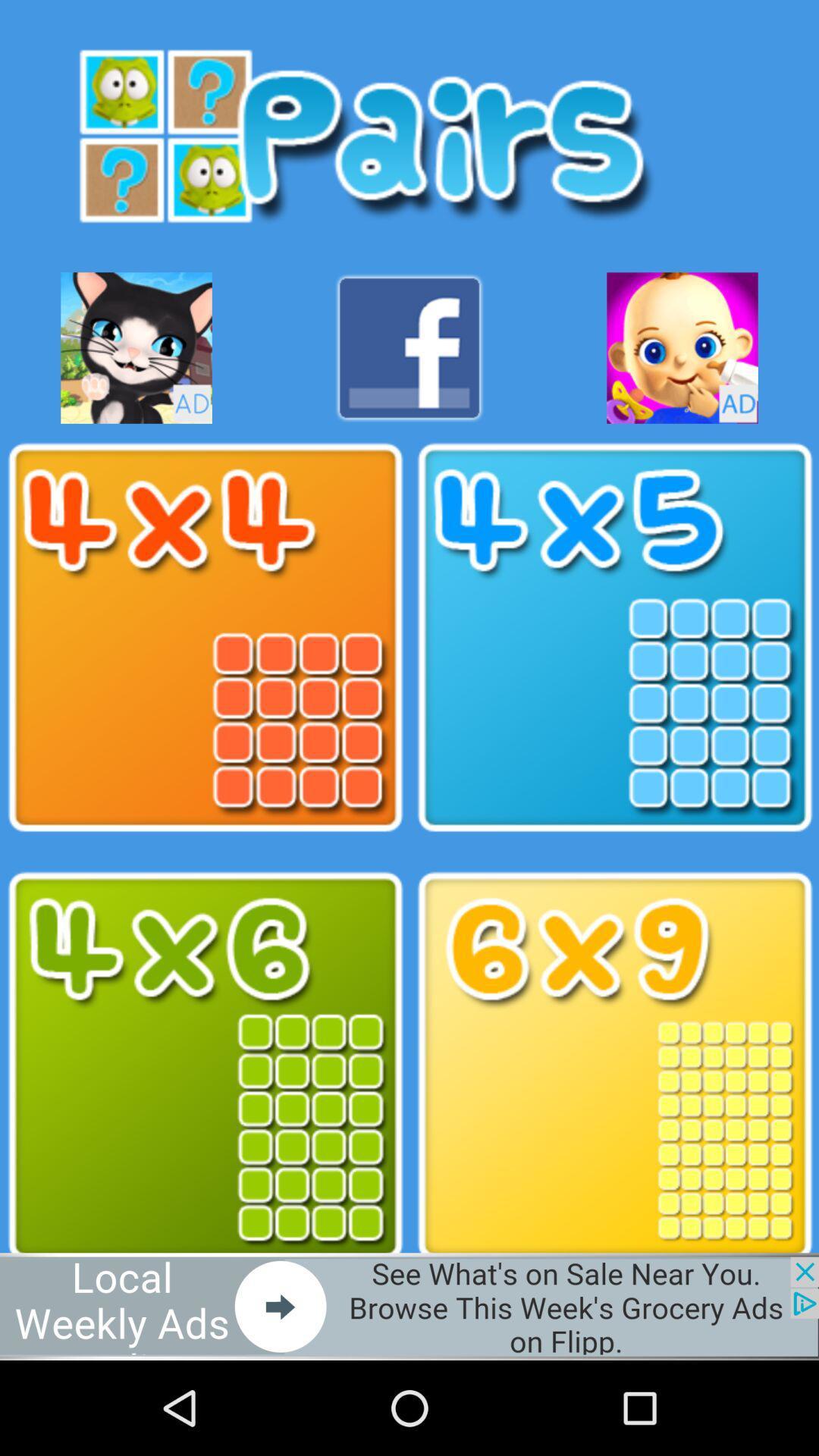 Image resolution: width=819 pixels, height=1456 pixels. Describe the element at coordinates (205, 638) in the screenshot. I see `click the square` at that location.